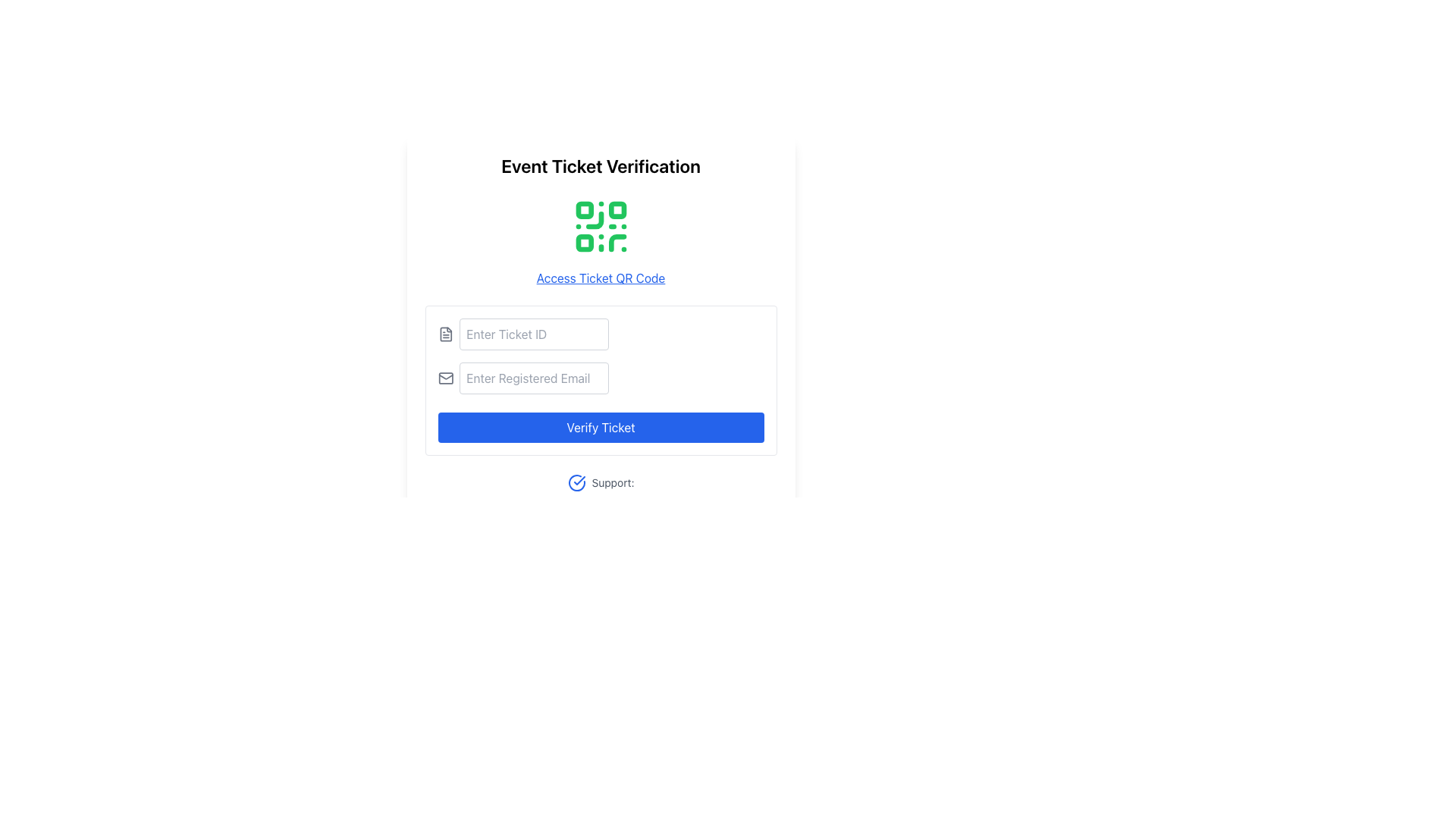  What do you see at coordinates (583, 210) in the screenshot?
I see `the top-left square part of the QR code which is crucial for its data matrix functionality` at bounding box center [583, 210].